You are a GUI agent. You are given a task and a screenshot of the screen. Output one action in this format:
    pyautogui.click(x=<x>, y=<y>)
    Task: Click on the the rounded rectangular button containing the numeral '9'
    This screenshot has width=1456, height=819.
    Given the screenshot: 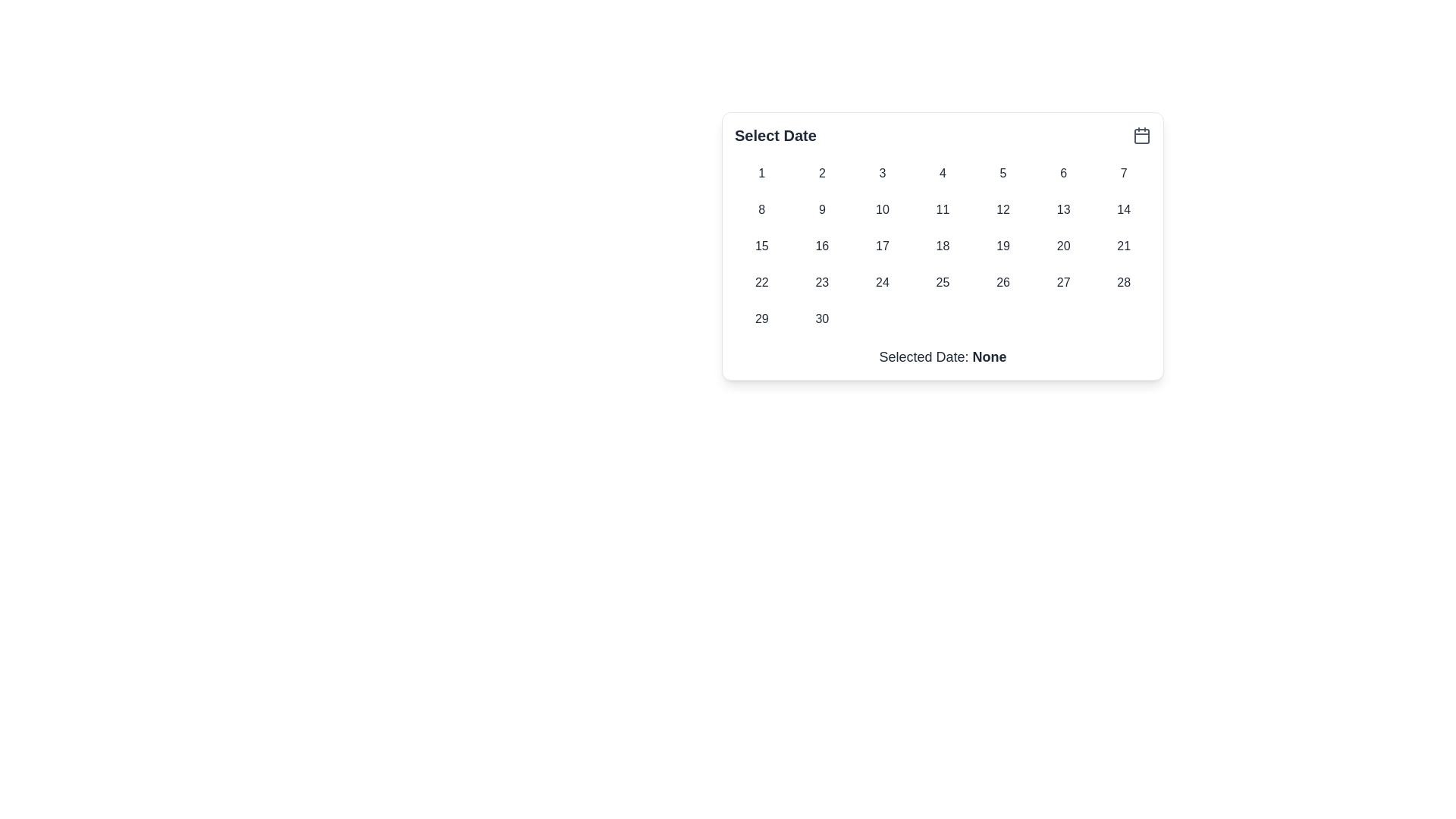 What is the action you would take?
    pyautogui.click(x=821, y=210)
    